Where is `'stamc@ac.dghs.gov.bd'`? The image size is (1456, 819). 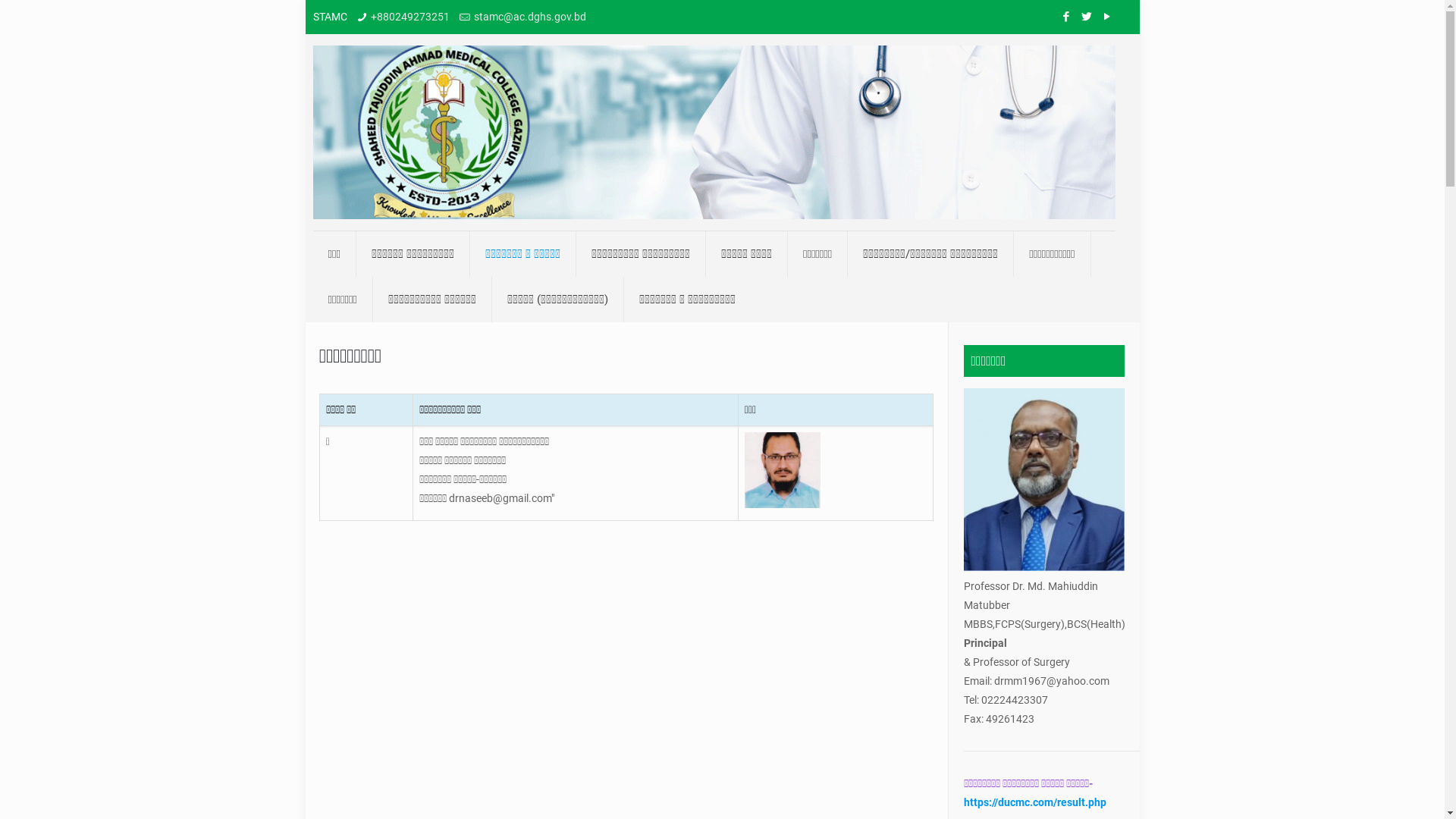
'stamc@ac.dghs.gov.bd' is located at coordinates (530, 17).